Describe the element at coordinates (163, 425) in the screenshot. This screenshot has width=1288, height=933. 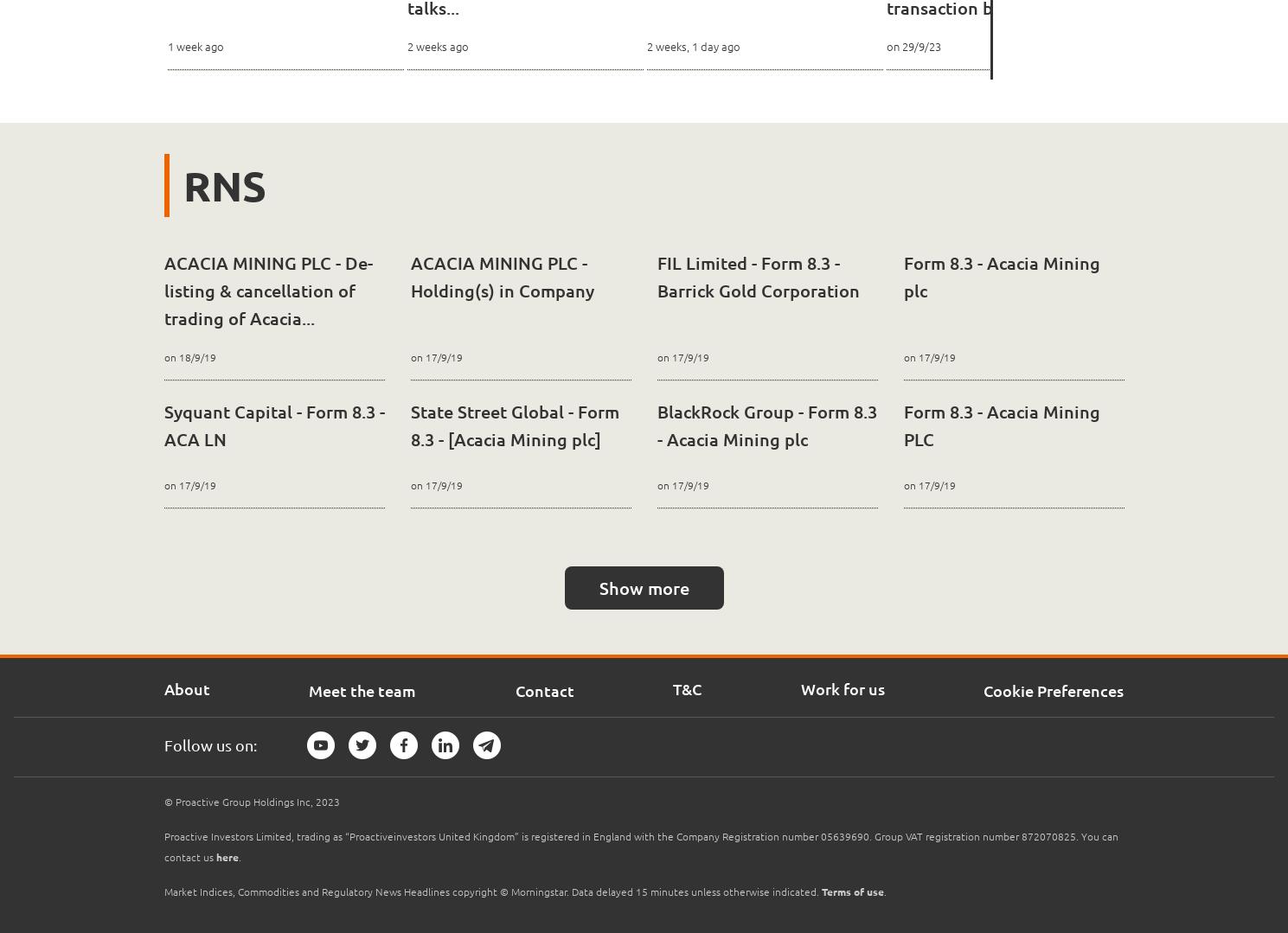
I see `'Syquant Capital - Form 8.3 - ACA LN'` at that location.